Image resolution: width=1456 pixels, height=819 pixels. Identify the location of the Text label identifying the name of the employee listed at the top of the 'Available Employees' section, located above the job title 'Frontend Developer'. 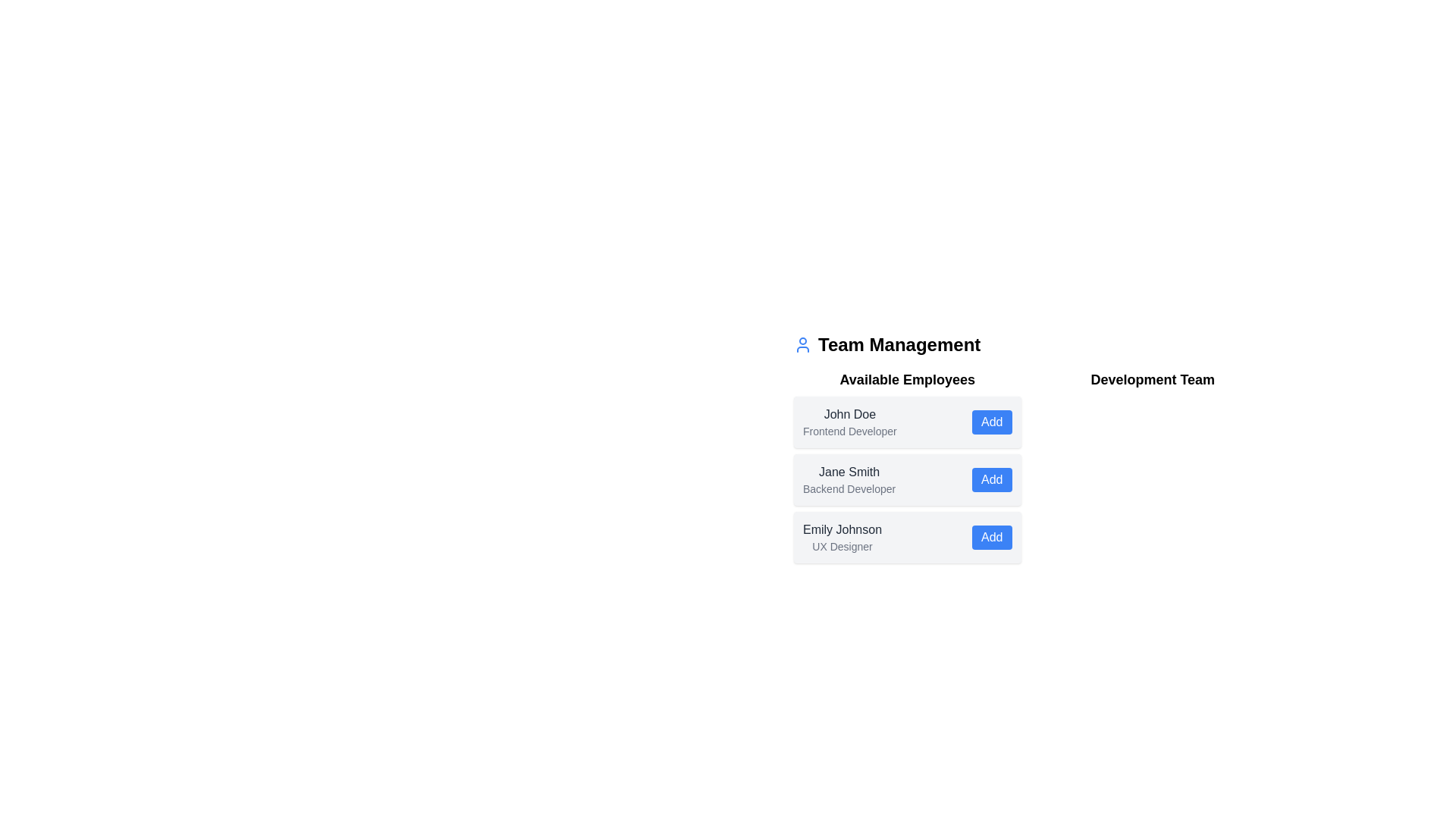
(849, 415).